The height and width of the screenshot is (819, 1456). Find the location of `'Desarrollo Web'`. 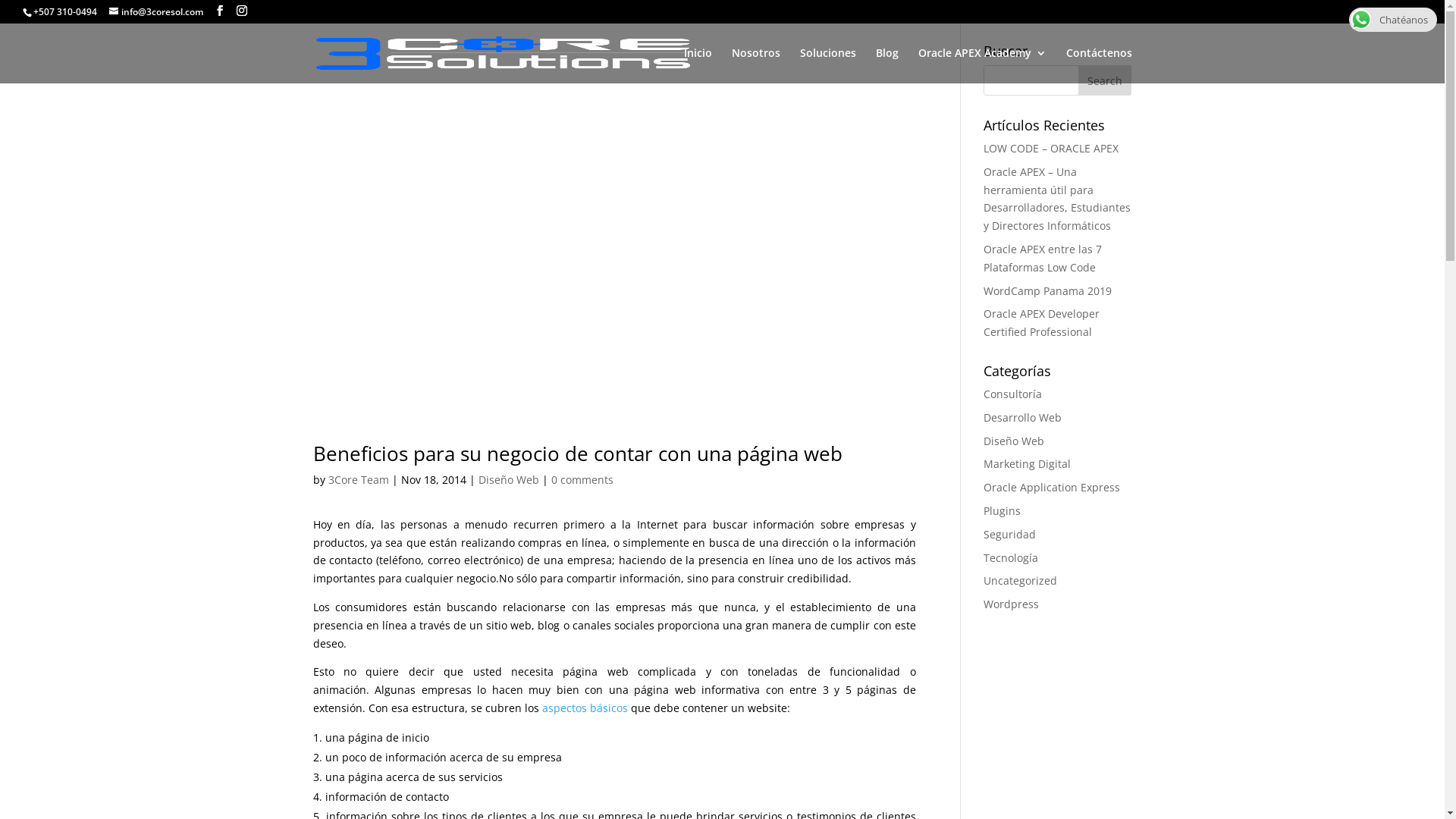

'Desarrollo Web' is located at coordinates (1022, 417).